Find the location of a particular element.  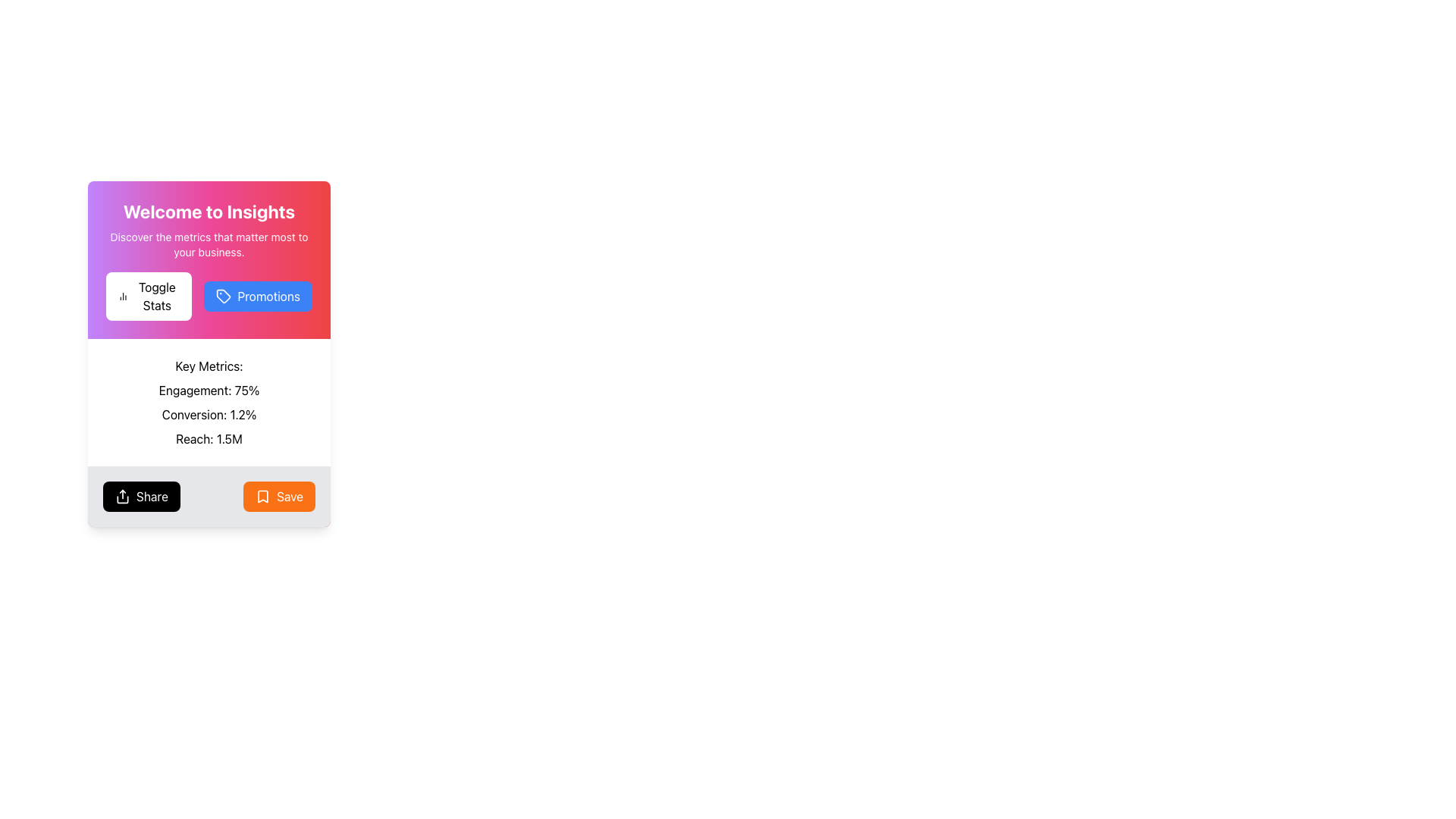

text displayed in the Text Label that shows 'Conversion: 1.2%' located in the Key Metrics list, positioned below 'Engagement: 75%' and above 'Reach: 1.5M' is located at coordinates (208, 415).